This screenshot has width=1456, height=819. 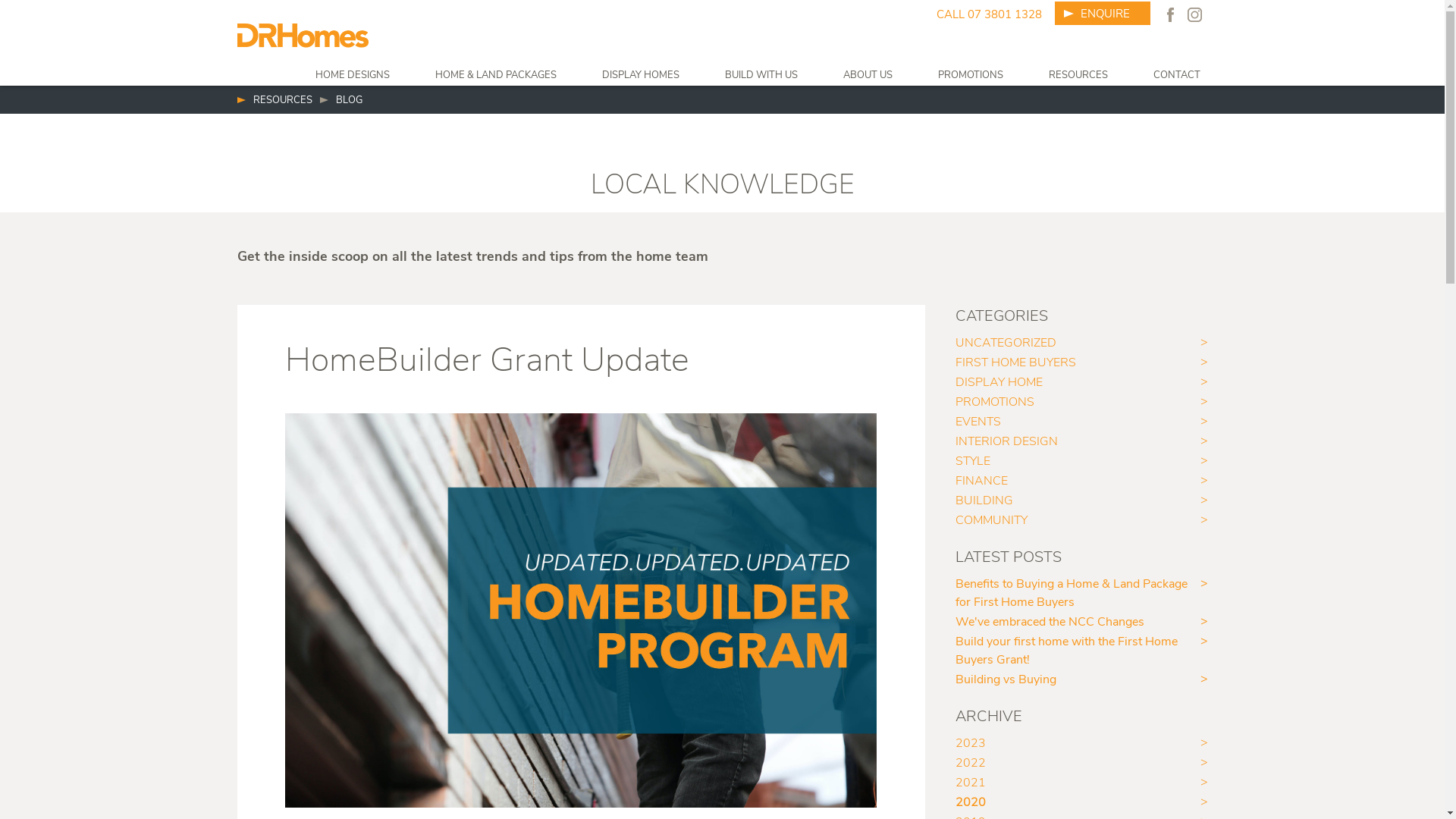 What do you see at coordinates (1080, 763) in the screenshot?
I see `'2022'` at bounding box center [1080, 763].